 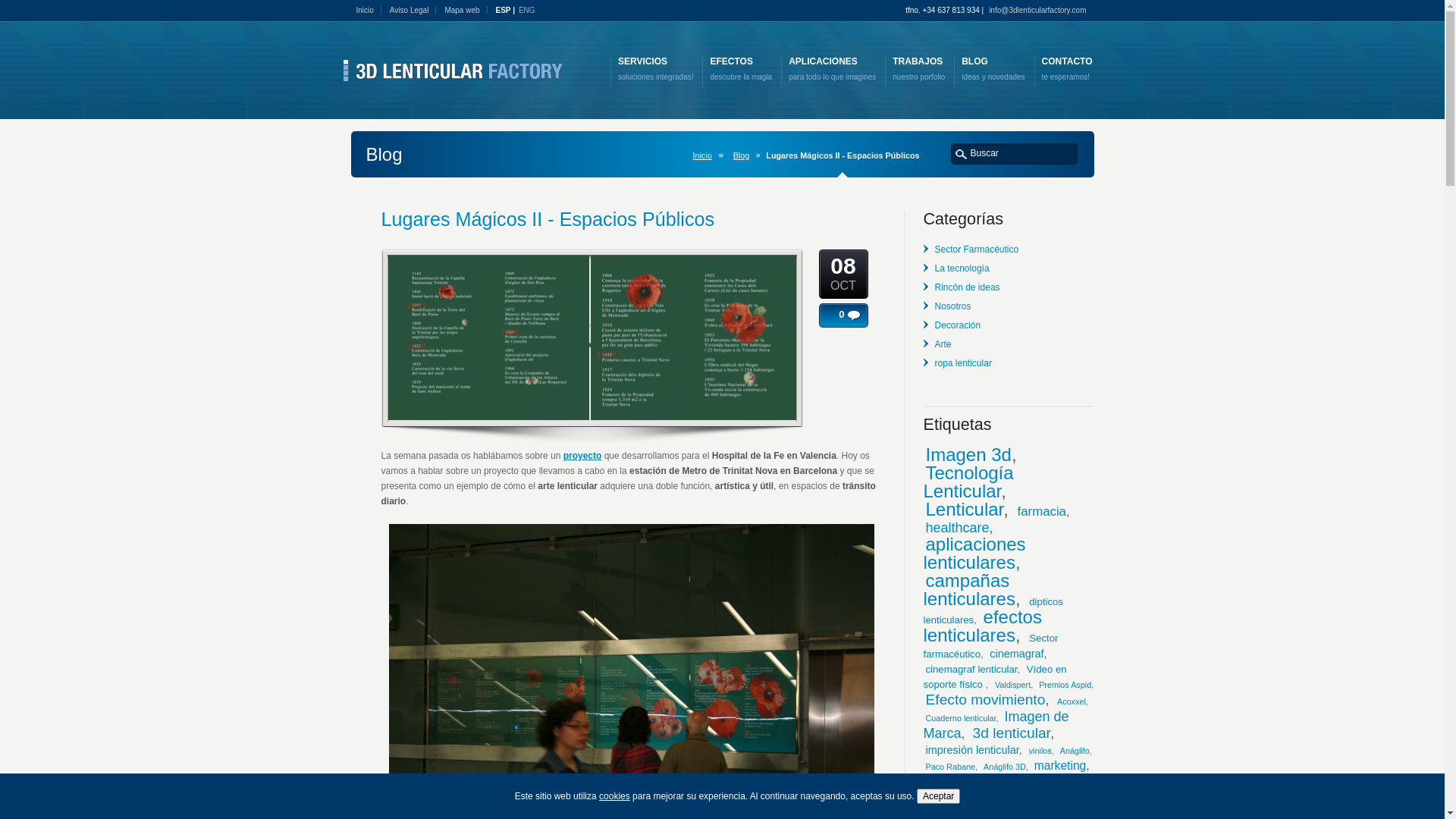 I want to click on 'ropa lenticular', so click(x=962, y=362).